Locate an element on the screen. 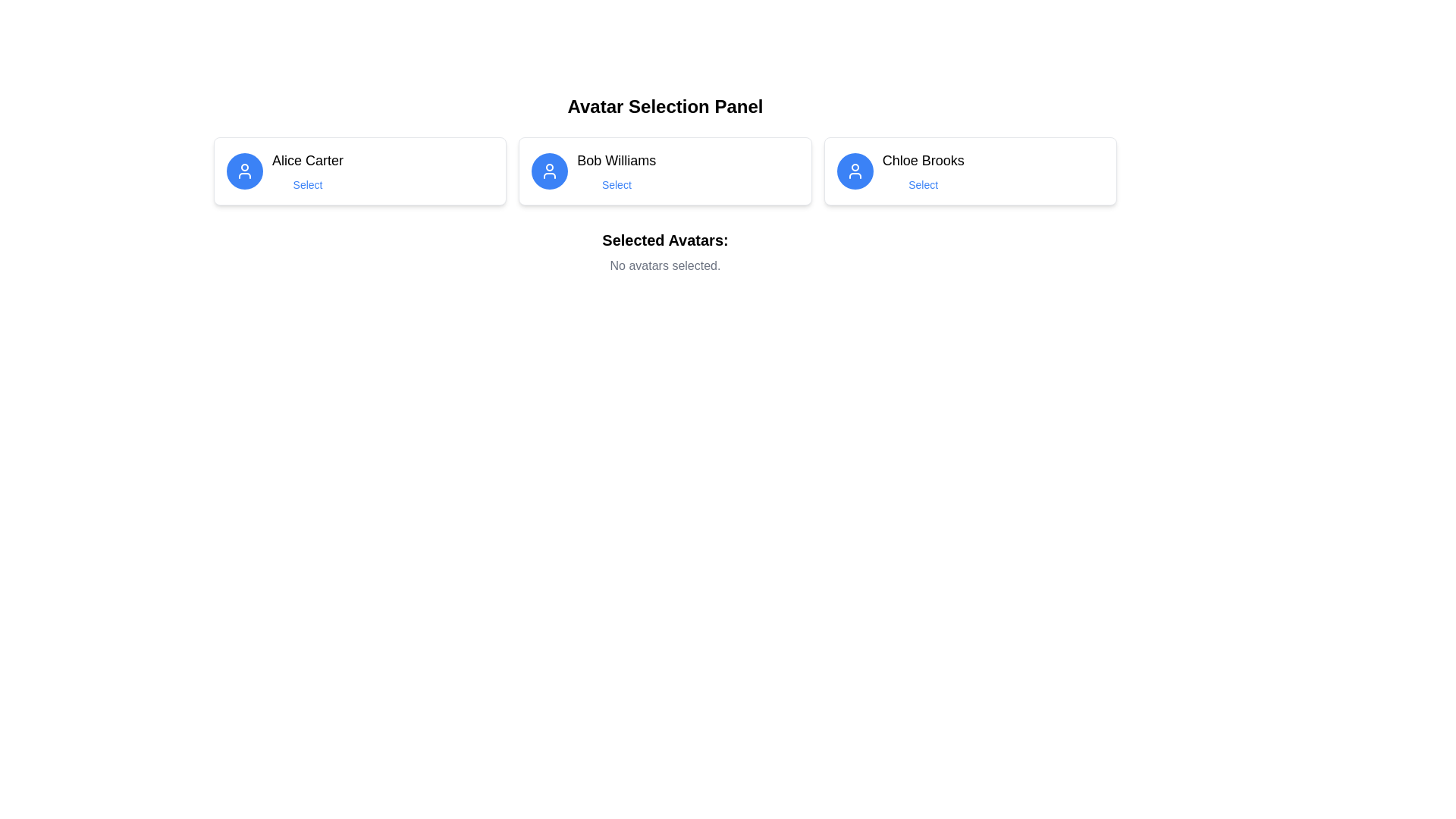 This screenshot has width=1456, height=819. the 'Select' hyperlink related to the label 'Bob Williams' which is displayed in bold at the top of the composite UI element is located at coordinates (617, 171).